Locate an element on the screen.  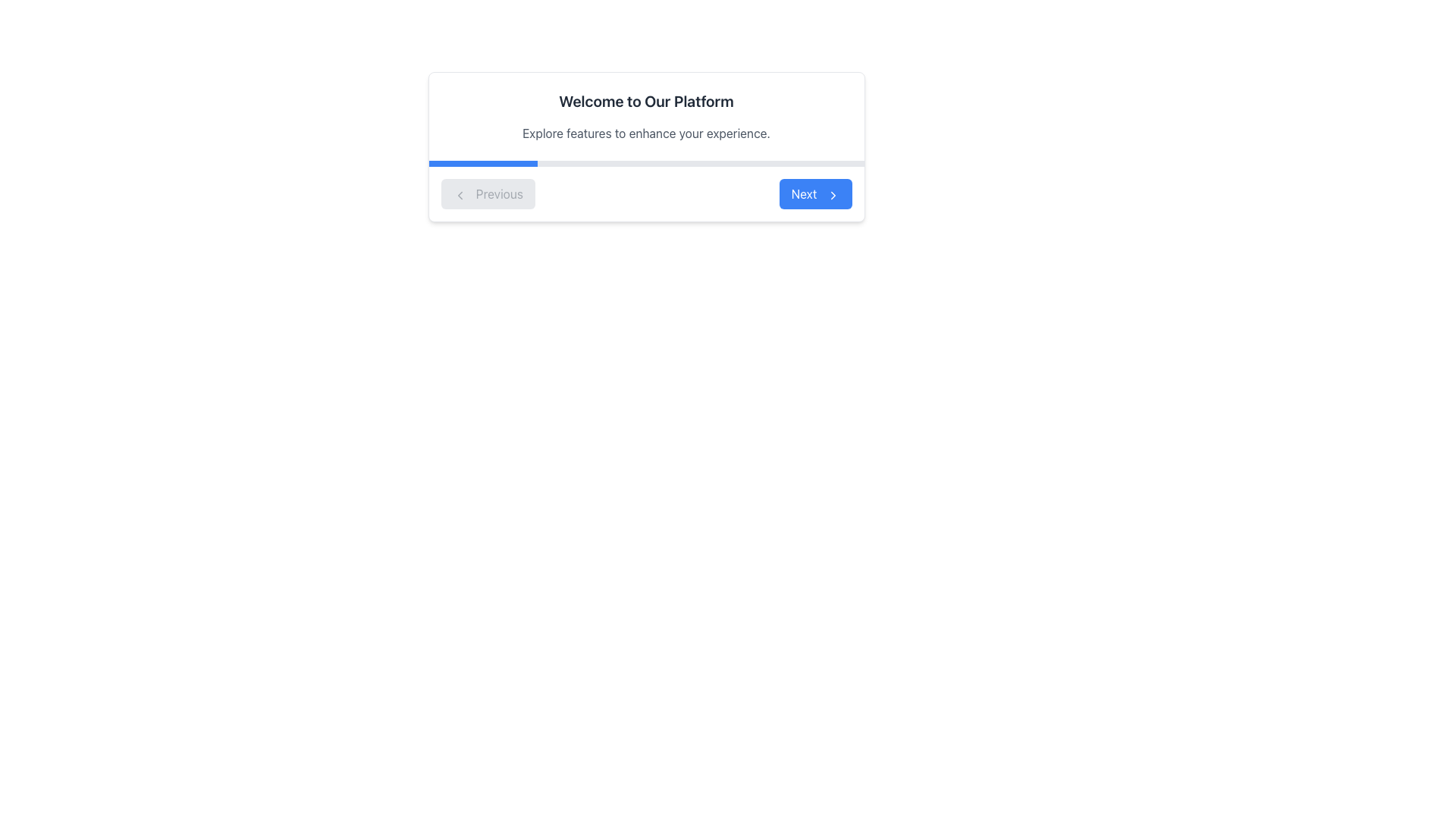
the 'Next' button is located at coordinates (814, 193).